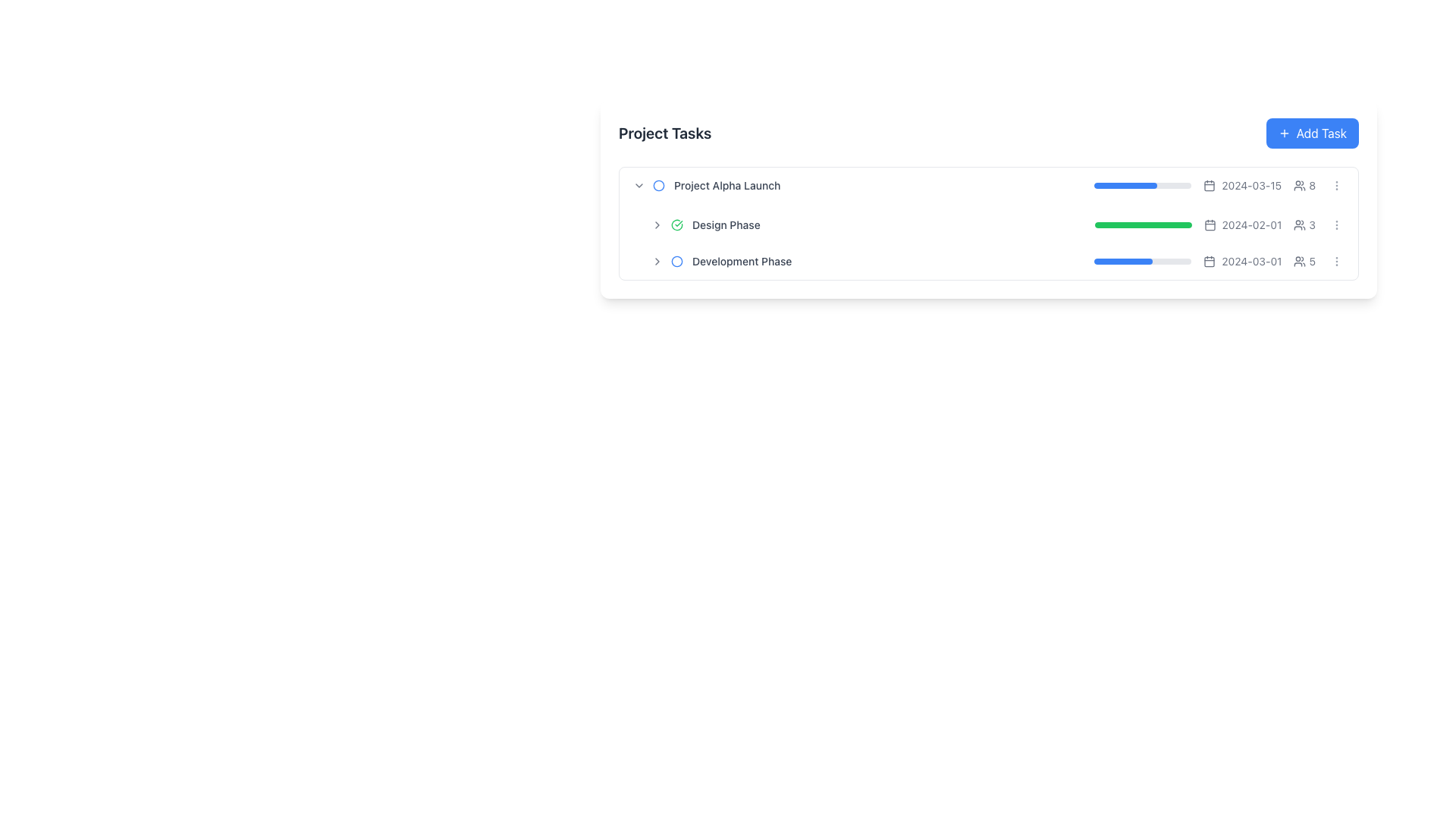 This screenshot has height=819, width=1456. What do you see at coordinates (639, 185) in the screenshot?
I see `the Dropdown toggle button, which is a small triangular icon pointing downward located to the left of the 'Project Alpha Launch' text` at bounding box center [639, 185].